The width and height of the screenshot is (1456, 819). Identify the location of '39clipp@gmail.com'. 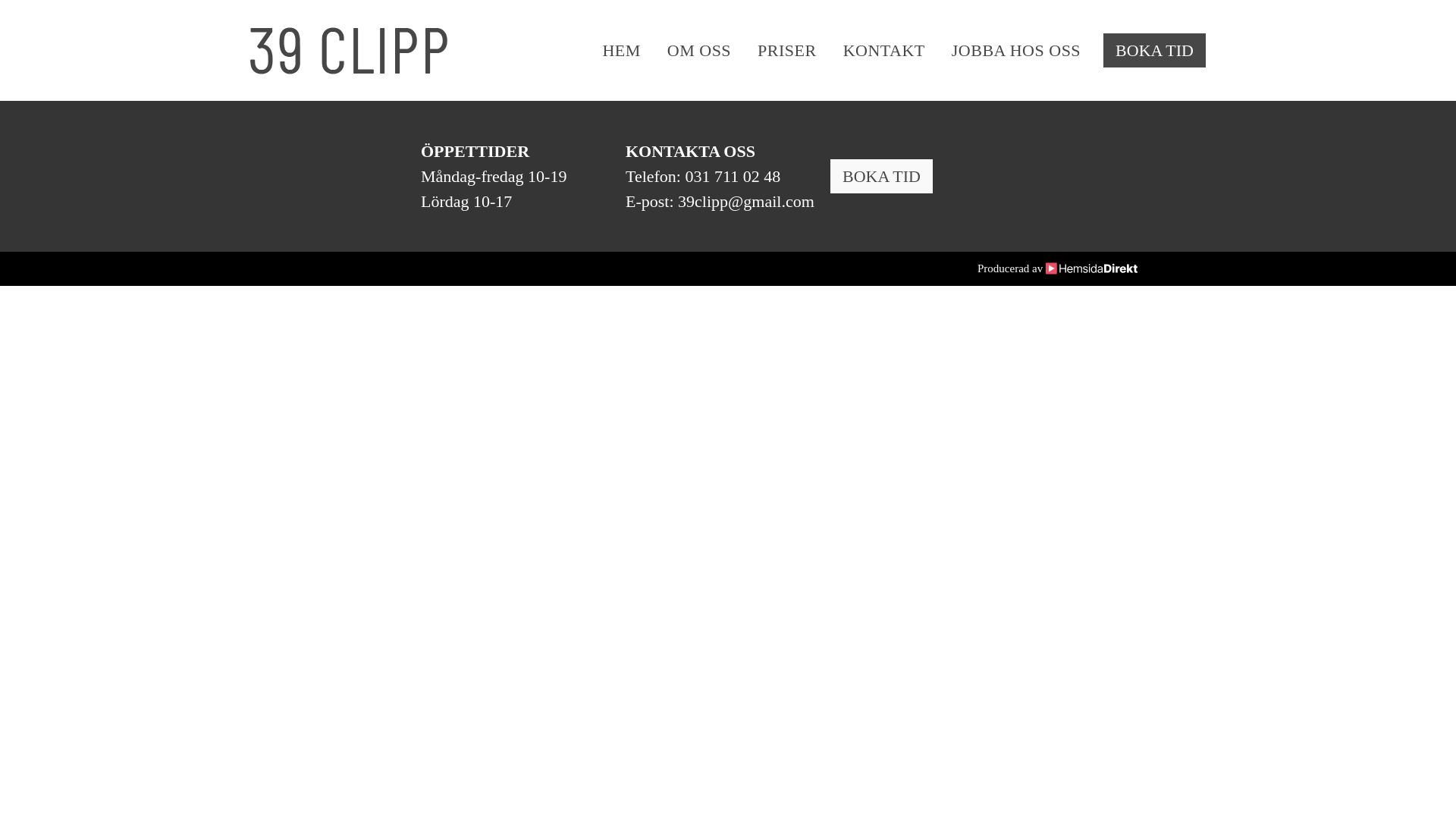
(676, 200).